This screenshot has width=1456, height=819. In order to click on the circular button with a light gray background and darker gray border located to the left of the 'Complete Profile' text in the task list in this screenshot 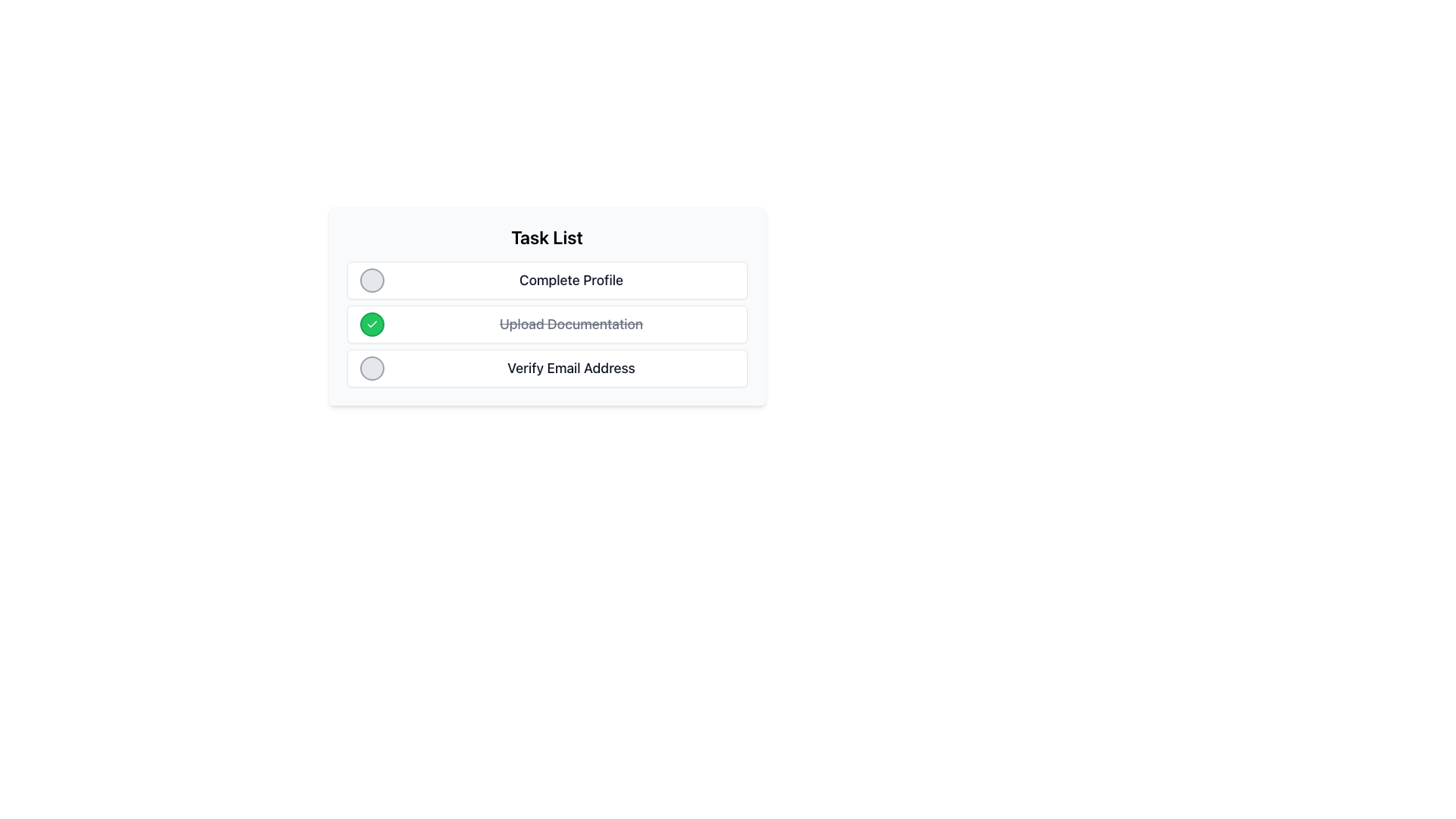, I will do `click(372, 281)`.